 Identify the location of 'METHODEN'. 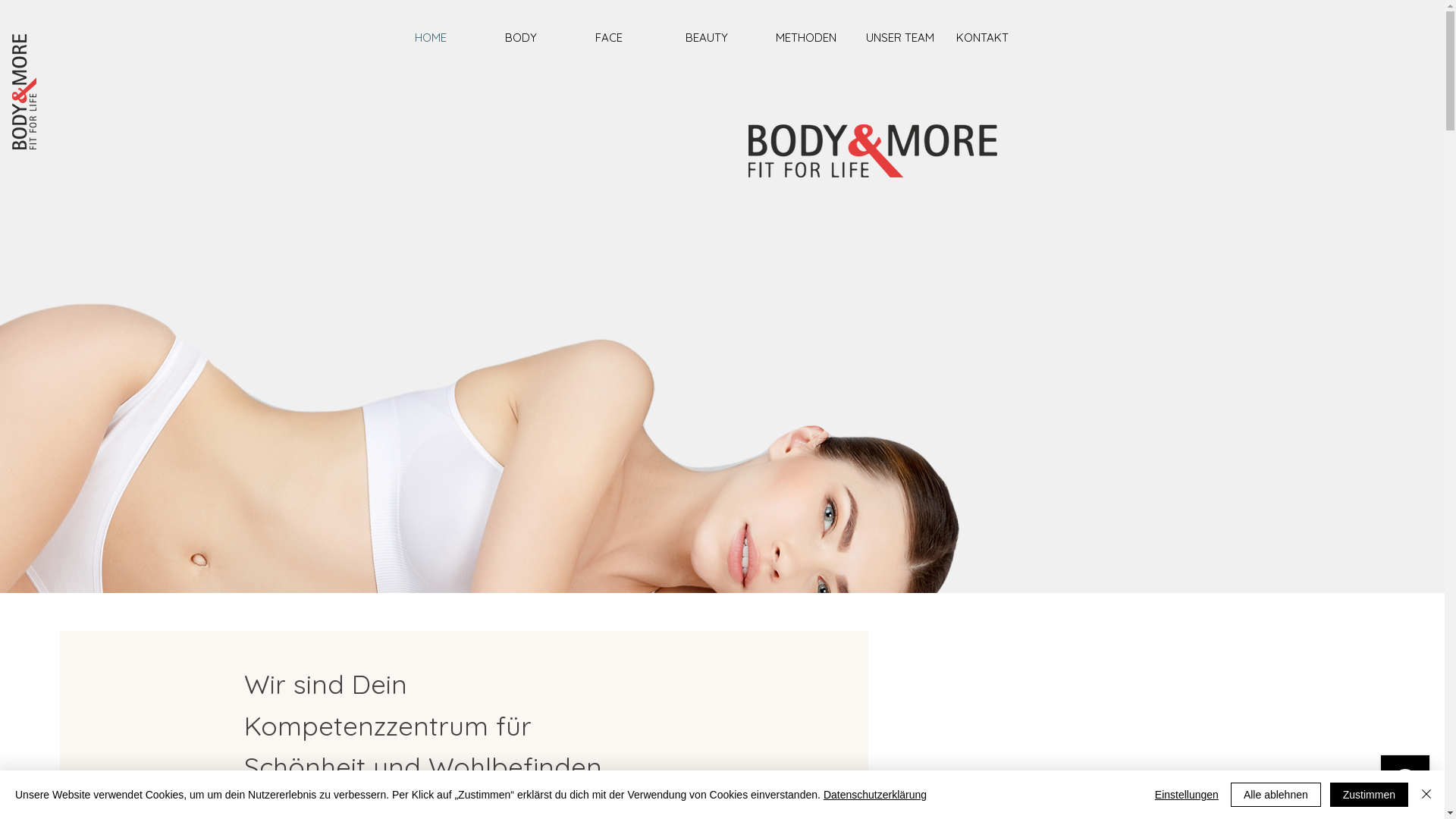
(811, 37).